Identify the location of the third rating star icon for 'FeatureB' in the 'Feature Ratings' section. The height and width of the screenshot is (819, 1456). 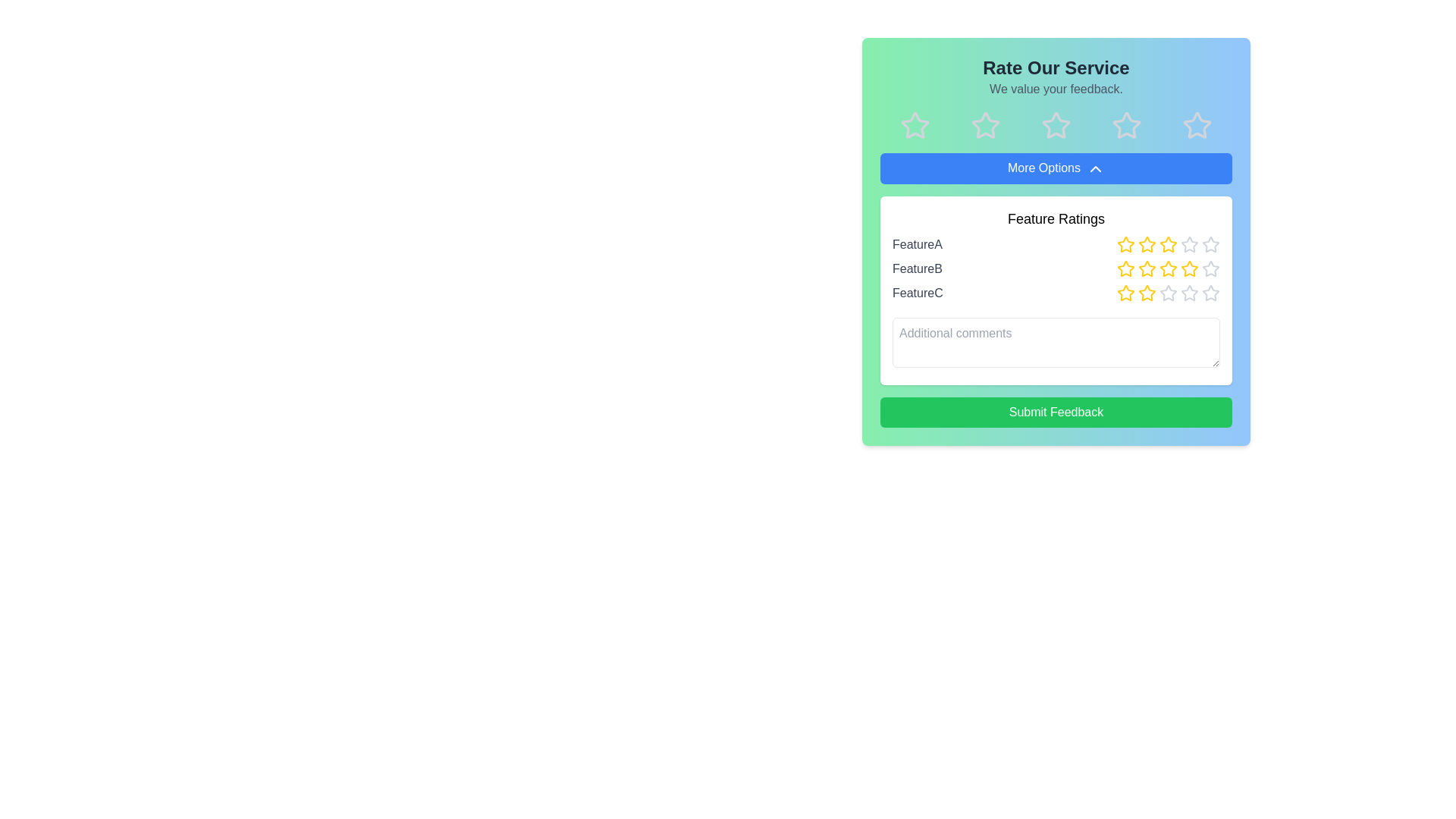
(1147, 268).